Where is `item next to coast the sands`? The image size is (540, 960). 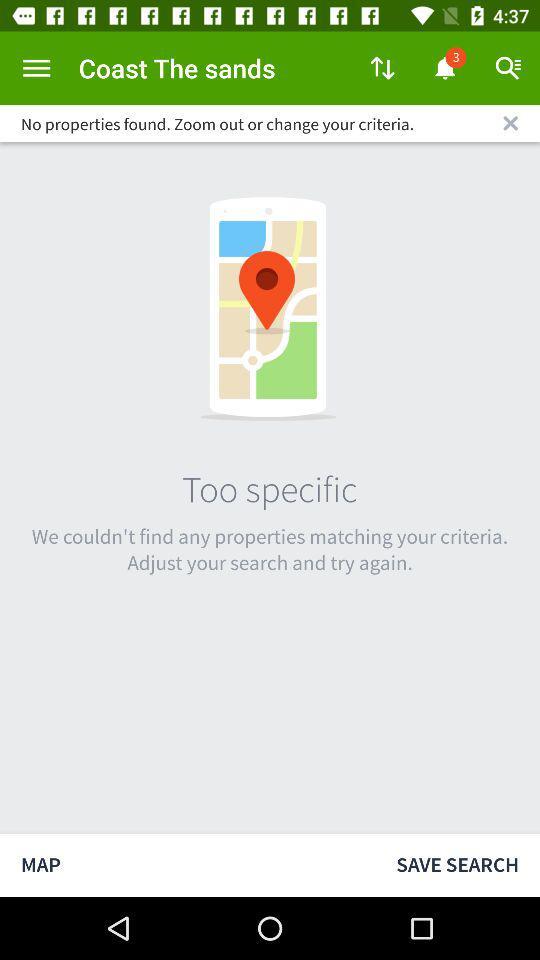
item next to coast the sands is located at coordinates (36, 68).